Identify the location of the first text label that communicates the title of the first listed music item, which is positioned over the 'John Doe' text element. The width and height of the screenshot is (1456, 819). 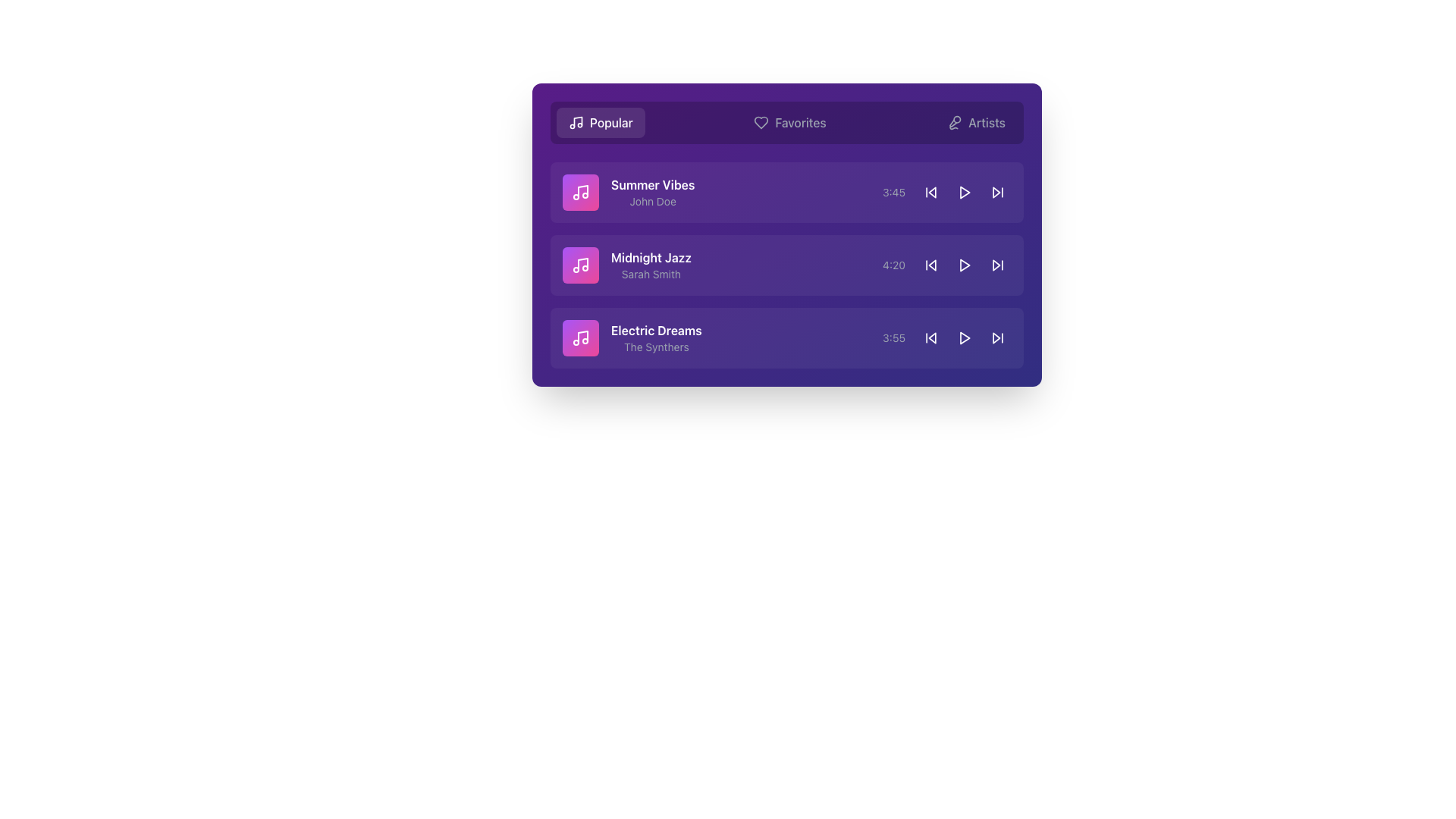
(653, 184).